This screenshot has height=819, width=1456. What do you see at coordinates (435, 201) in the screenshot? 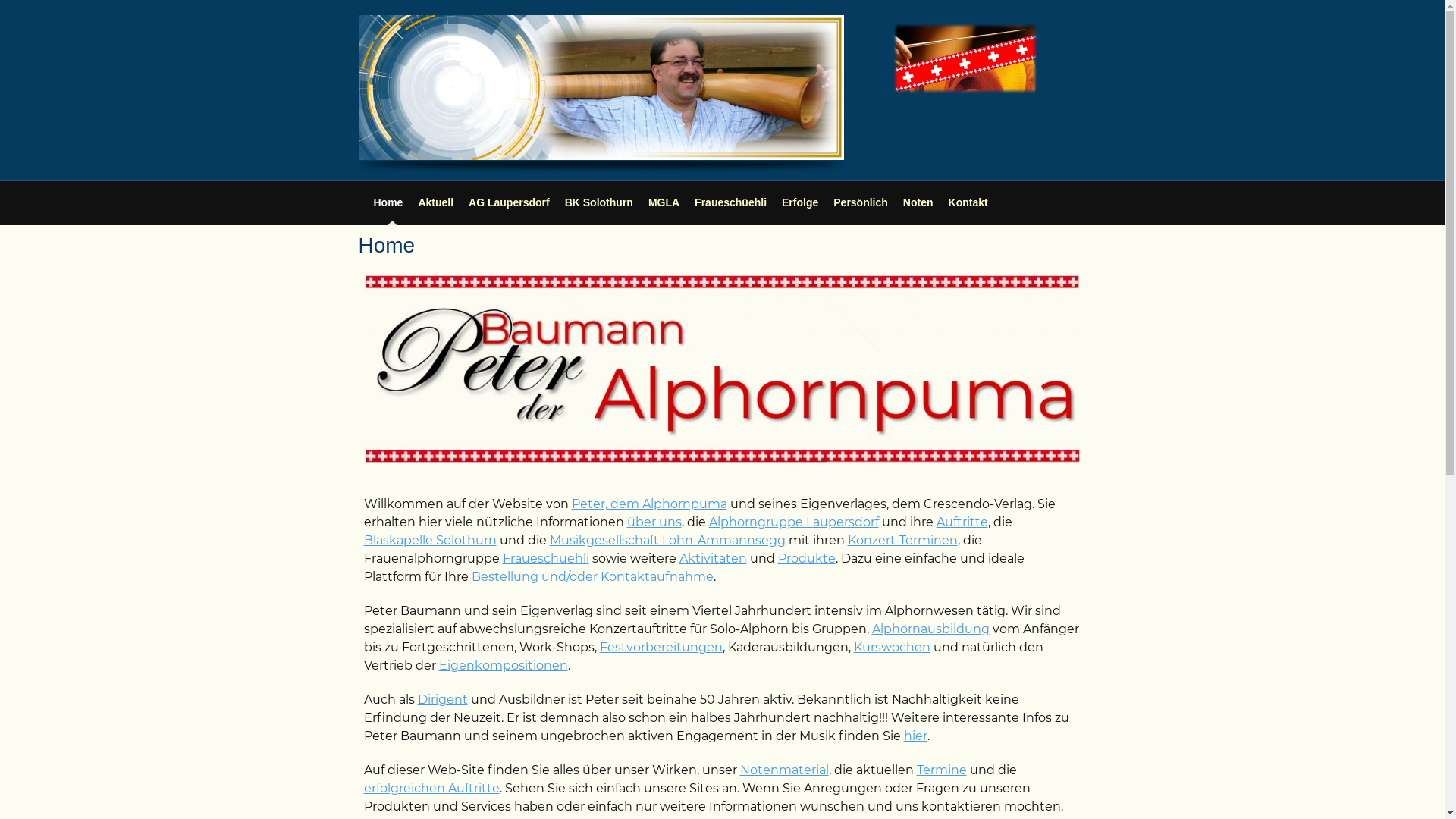
I see `'Aktuell'` at bounding box center [435, 201].